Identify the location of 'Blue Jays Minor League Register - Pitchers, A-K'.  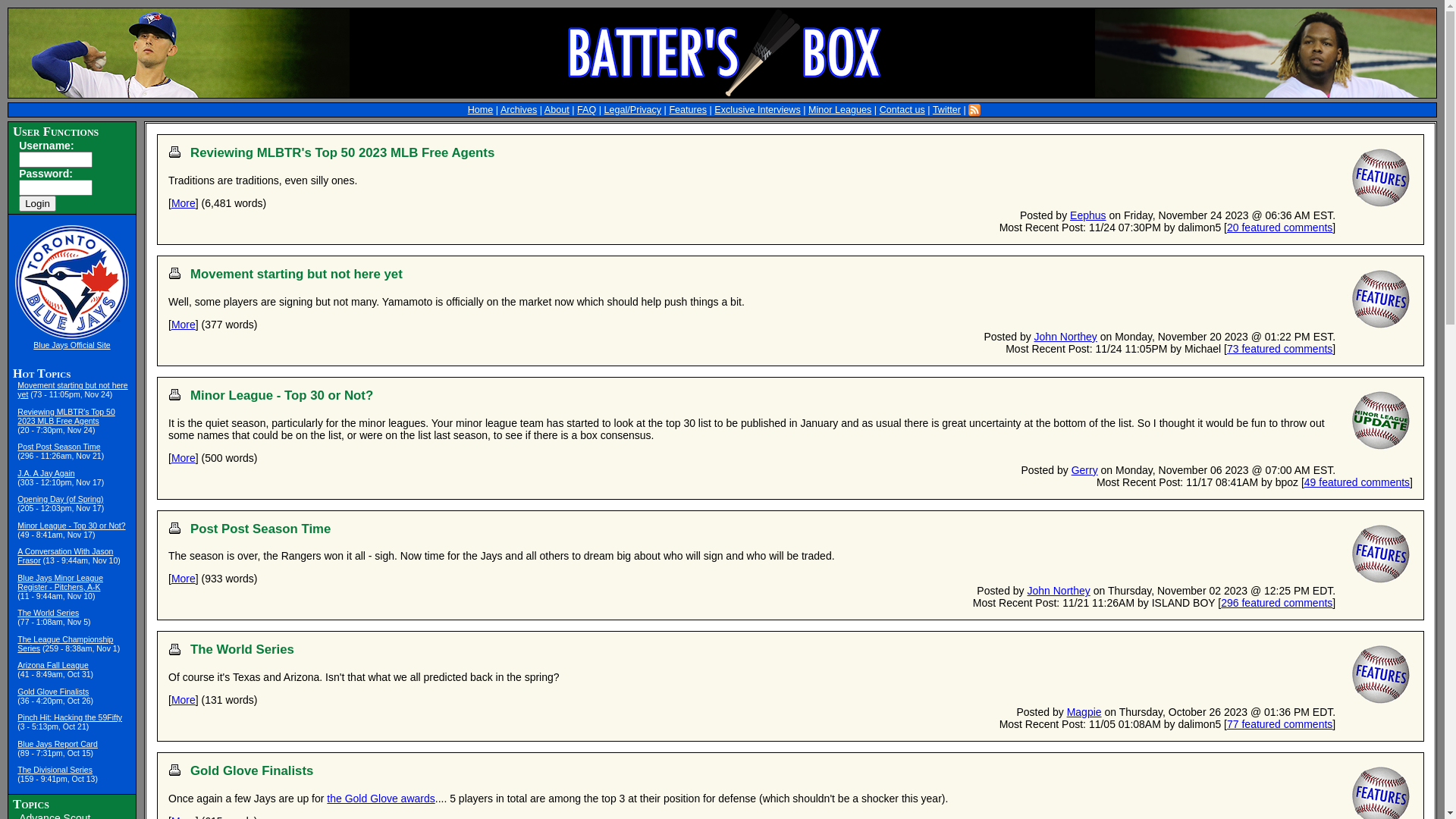
(17, 581).